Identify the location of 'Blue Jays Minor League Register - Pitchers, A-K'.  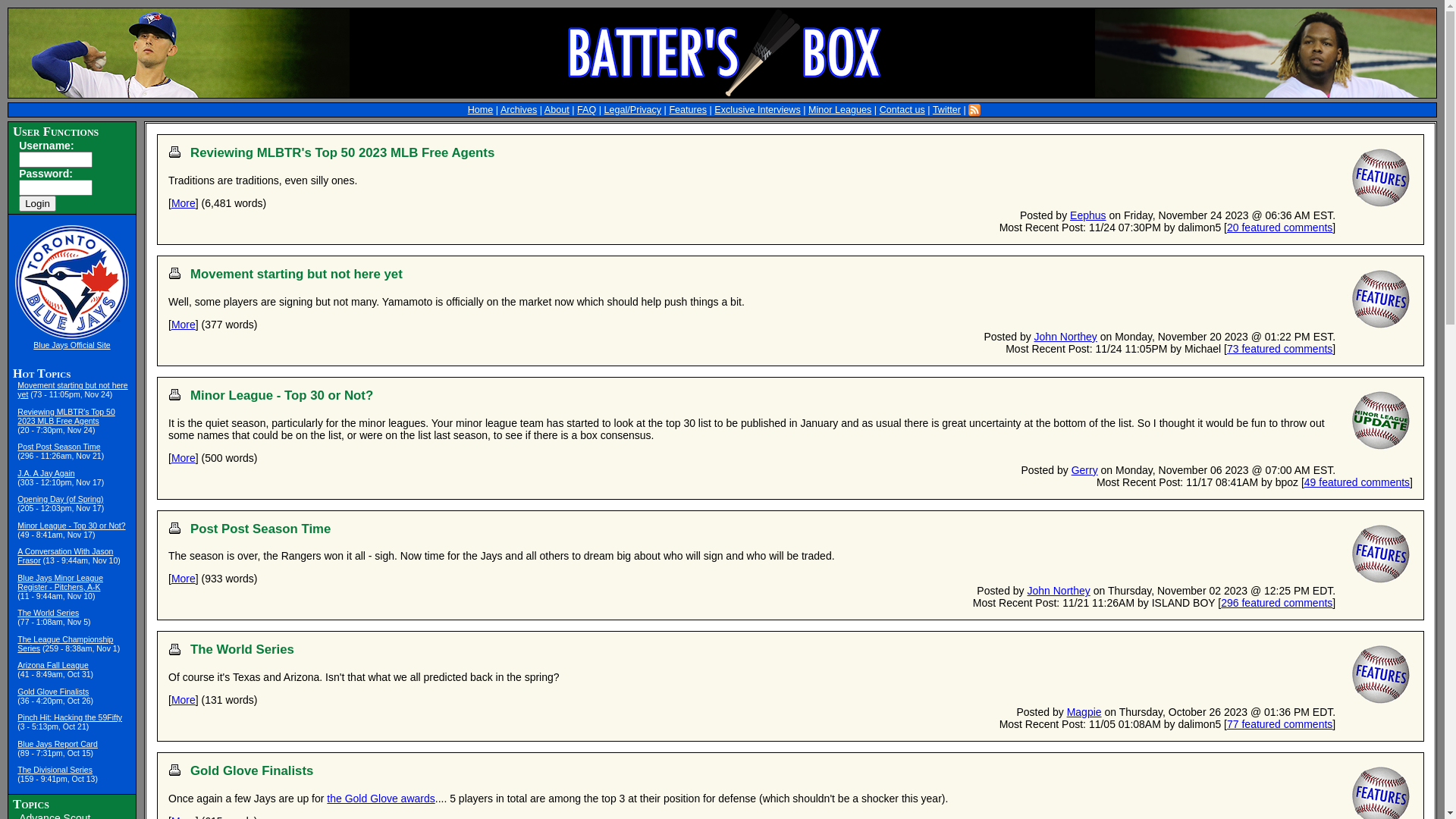
(17, 581).